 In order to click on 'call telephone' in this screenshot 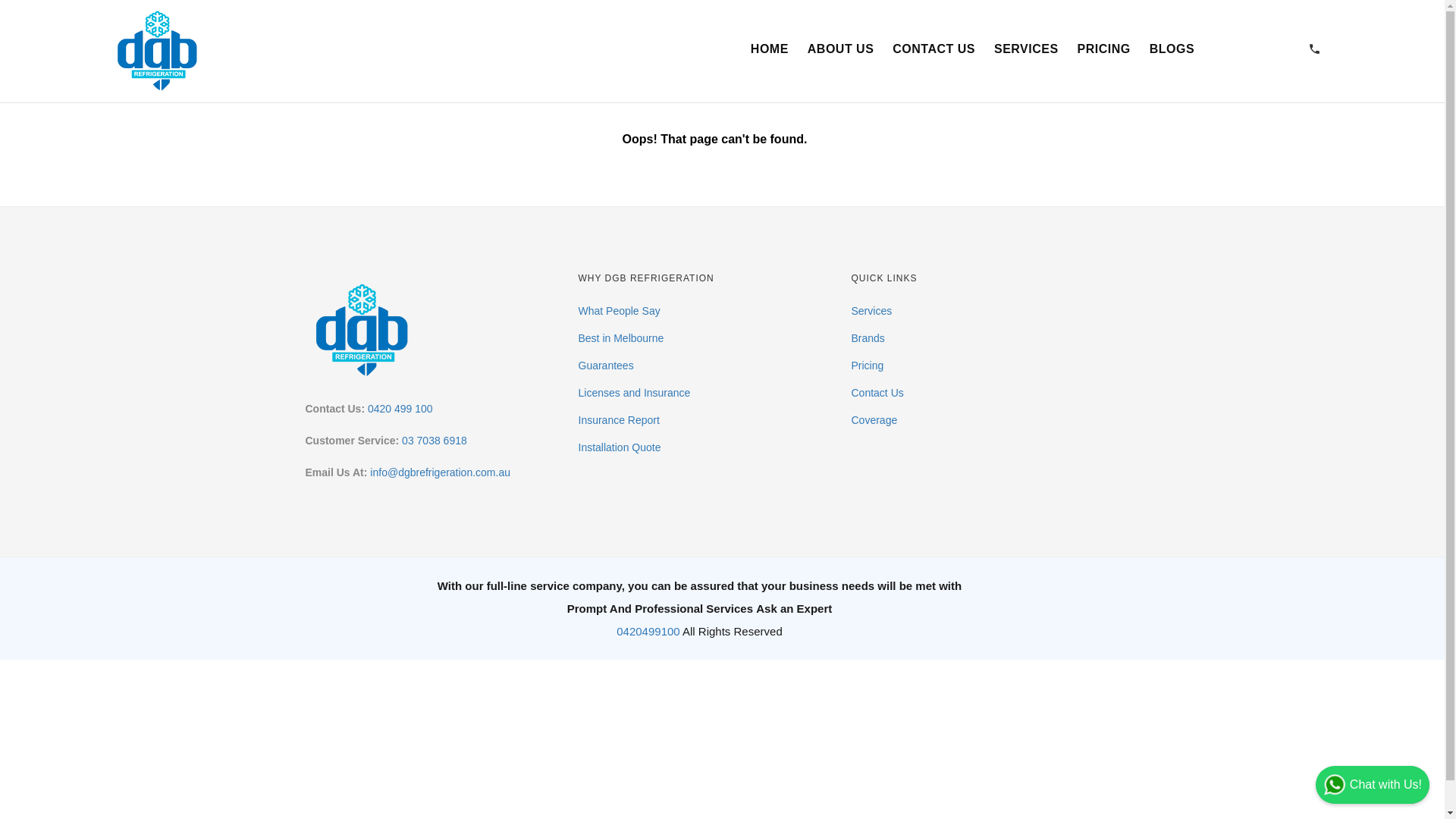, I will do `click(1313, 49)`.